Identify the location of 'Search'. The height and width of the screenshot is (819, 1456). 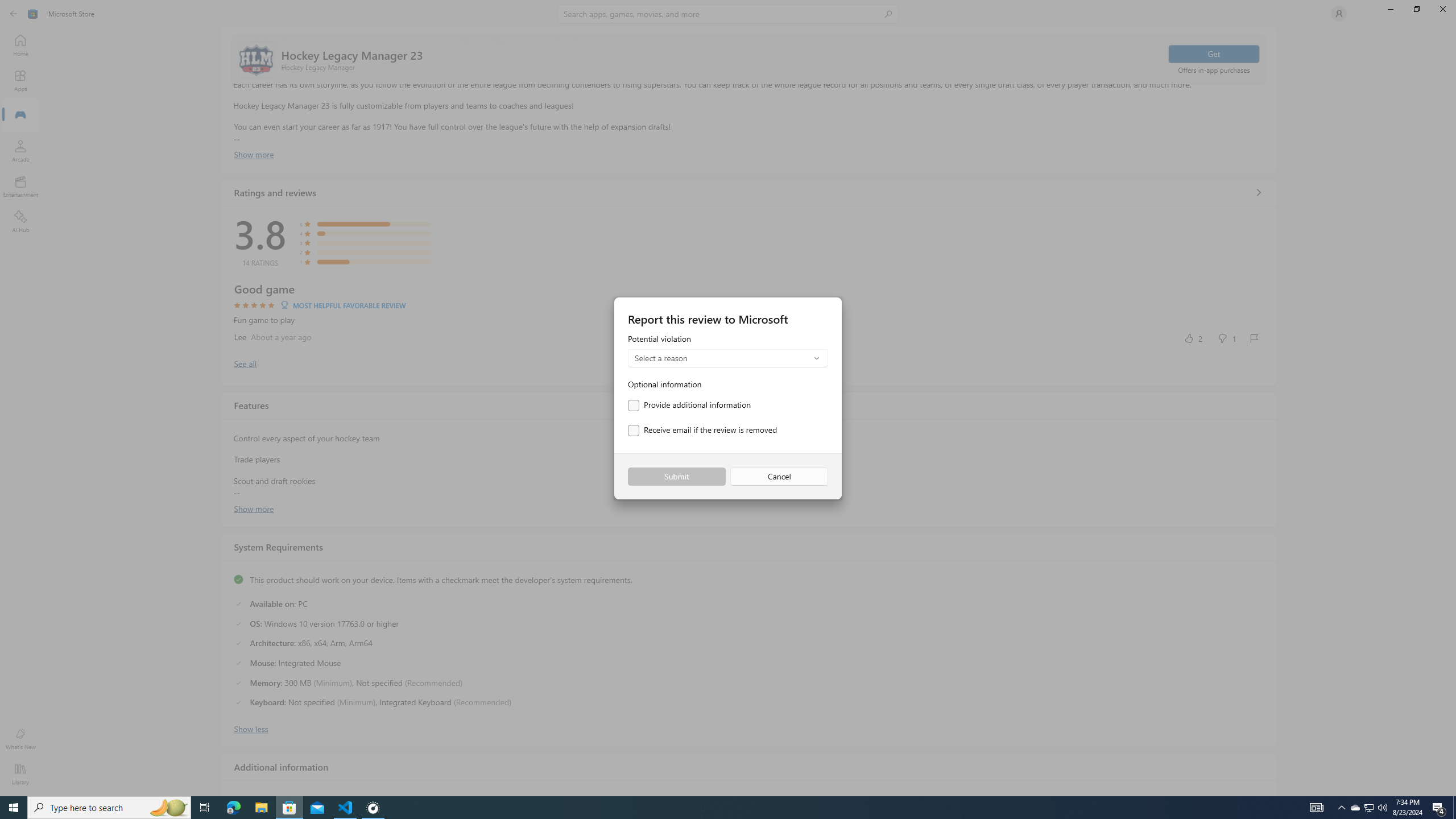
(728, 13).